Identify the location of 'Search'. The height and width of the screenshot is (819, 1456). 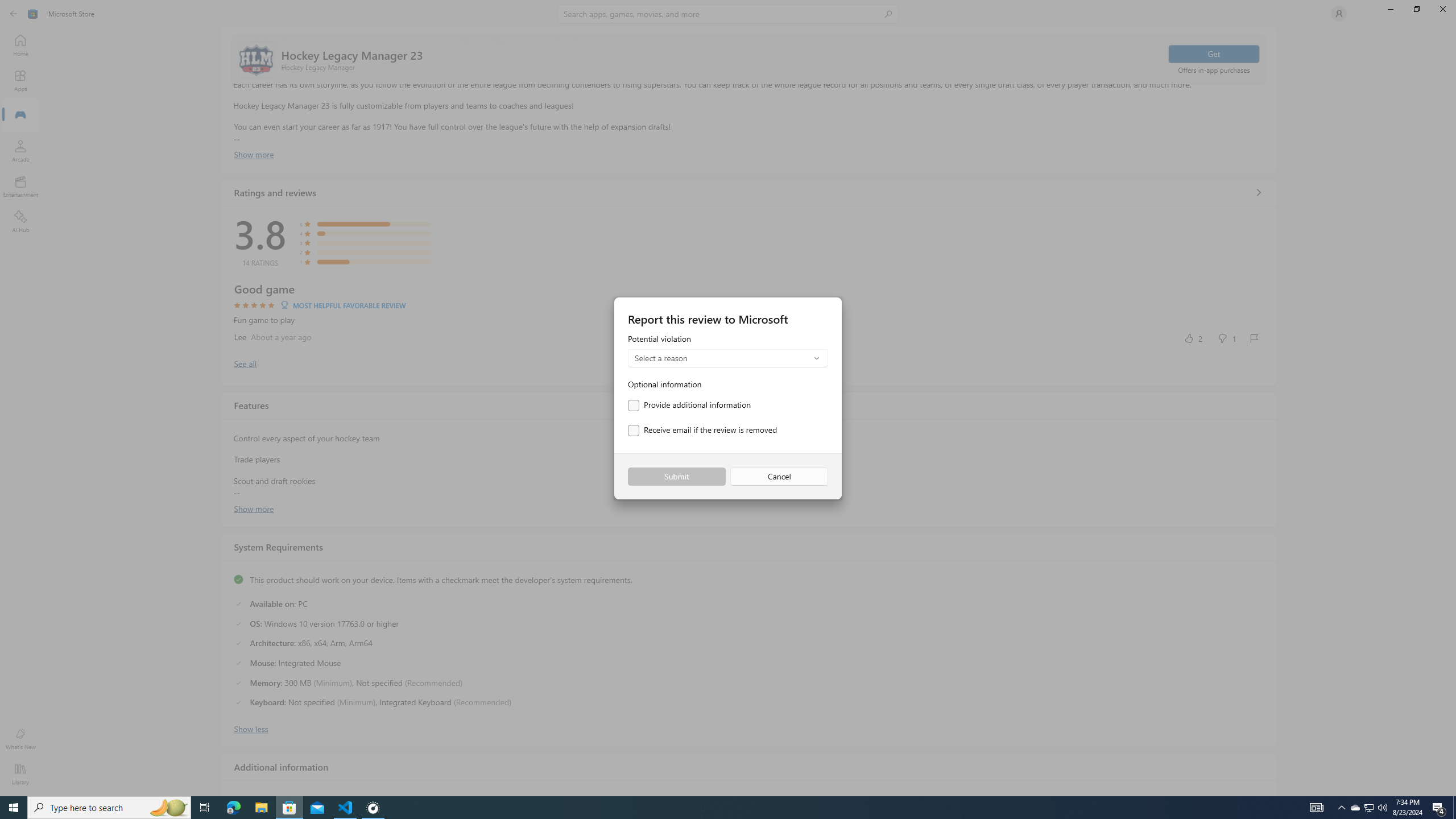
(728, 13).